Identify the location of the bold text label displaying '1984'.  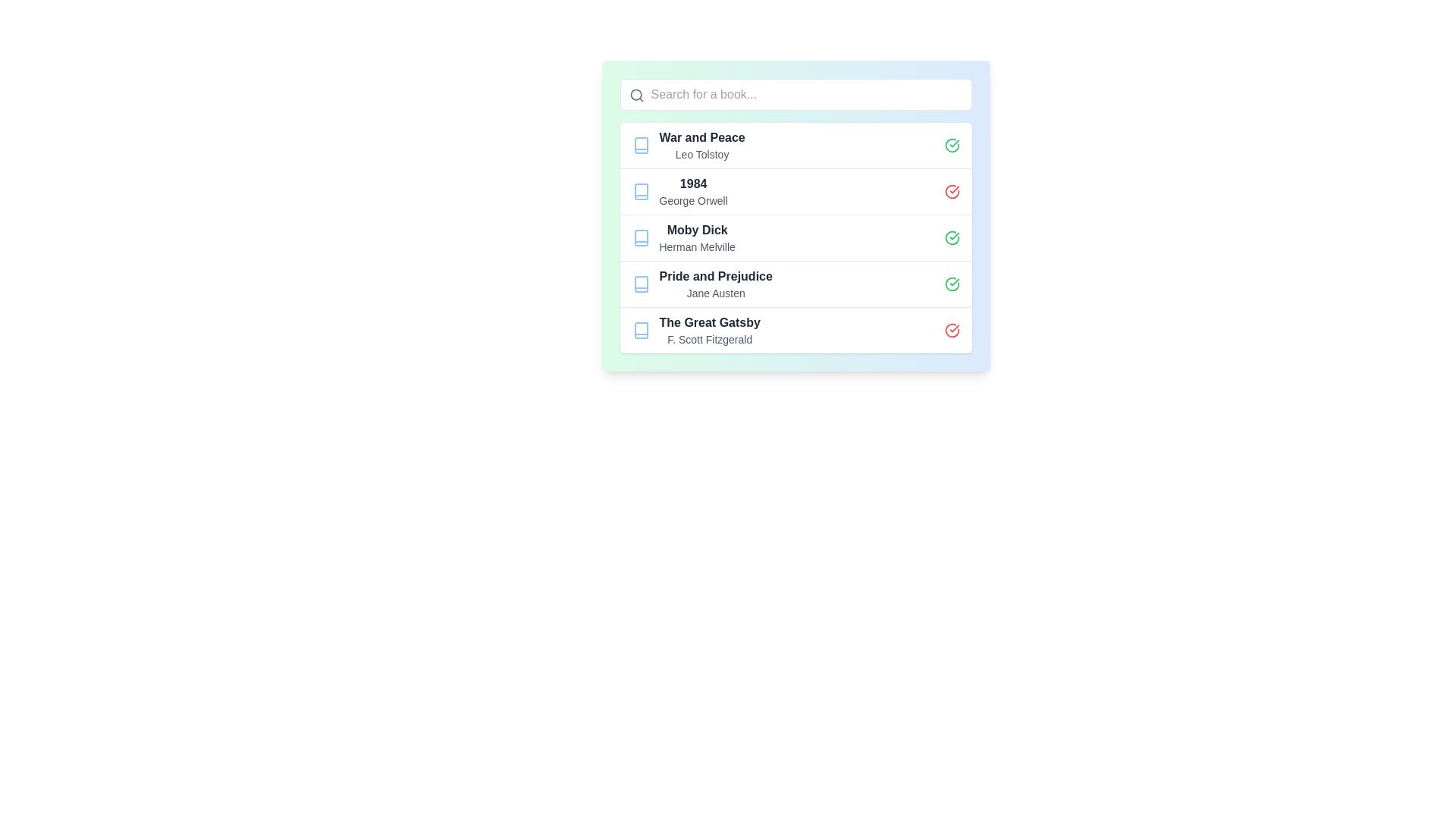
(692, 184).